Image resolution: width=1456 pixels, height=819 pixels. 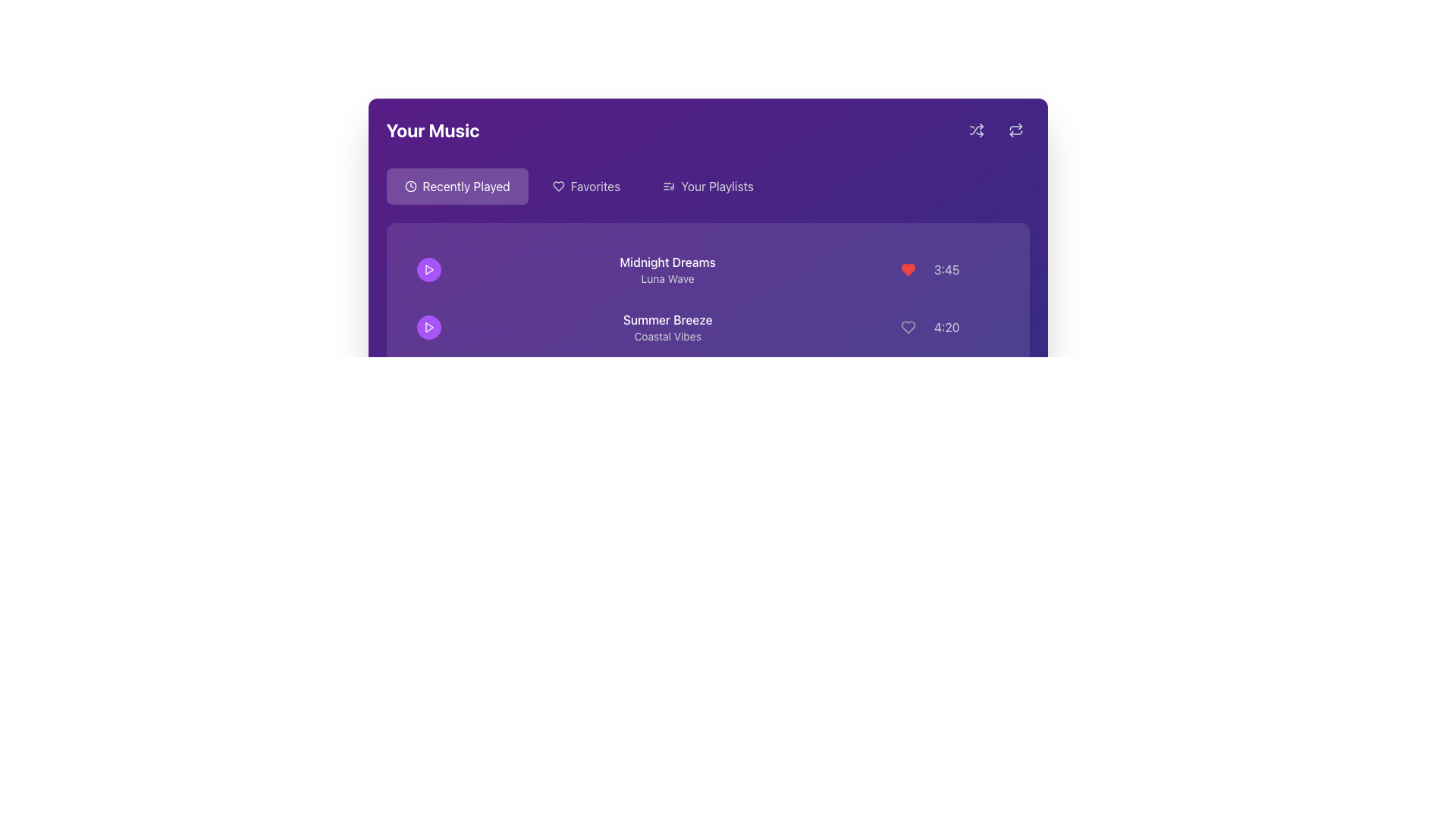 What do you see at coordinates (707, 327) in the screenshot?
I see `the music item titled 'Summer Breeze' in the playlist` at bounding box center [707, 327].